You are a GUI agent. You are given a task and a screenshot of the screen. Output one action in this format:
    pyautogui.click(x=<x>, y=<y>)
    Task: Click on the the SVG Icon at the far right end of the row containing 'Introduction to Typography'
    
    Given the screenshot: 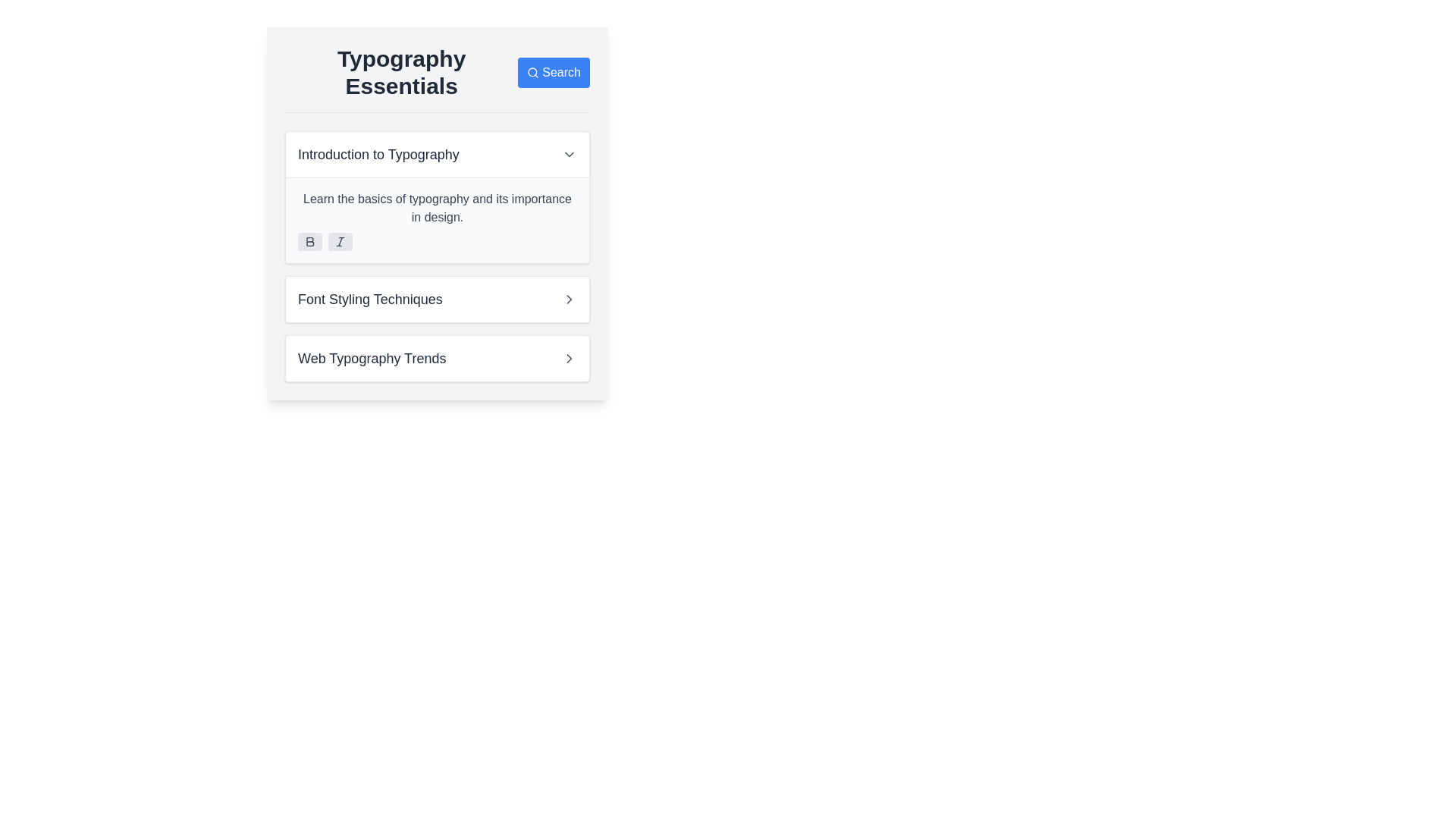 What is the action you would take?
    pyautogui.click(x=568, y=155)
    